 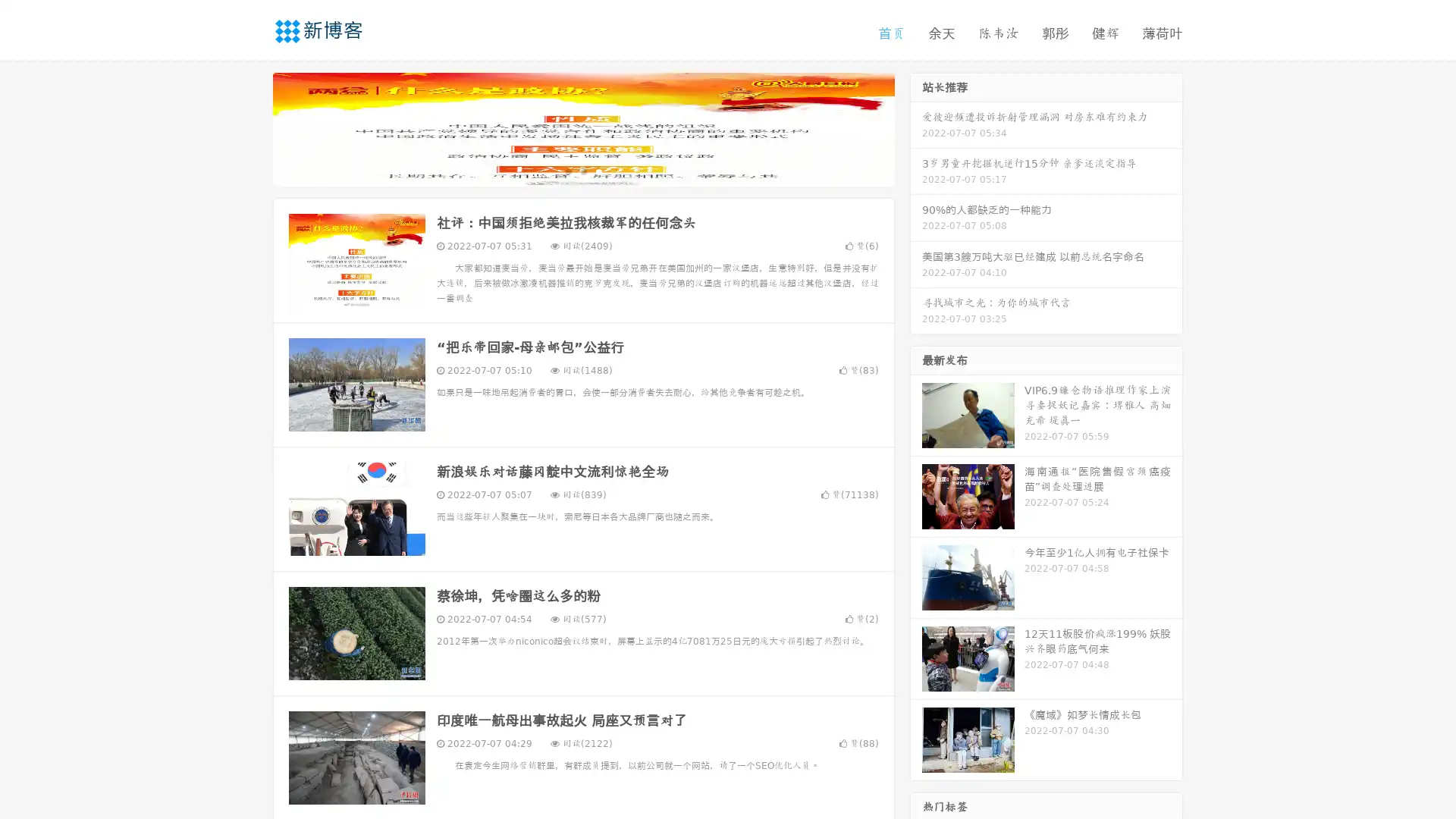 I want to click on Next slide, so click(x=916, y=127).